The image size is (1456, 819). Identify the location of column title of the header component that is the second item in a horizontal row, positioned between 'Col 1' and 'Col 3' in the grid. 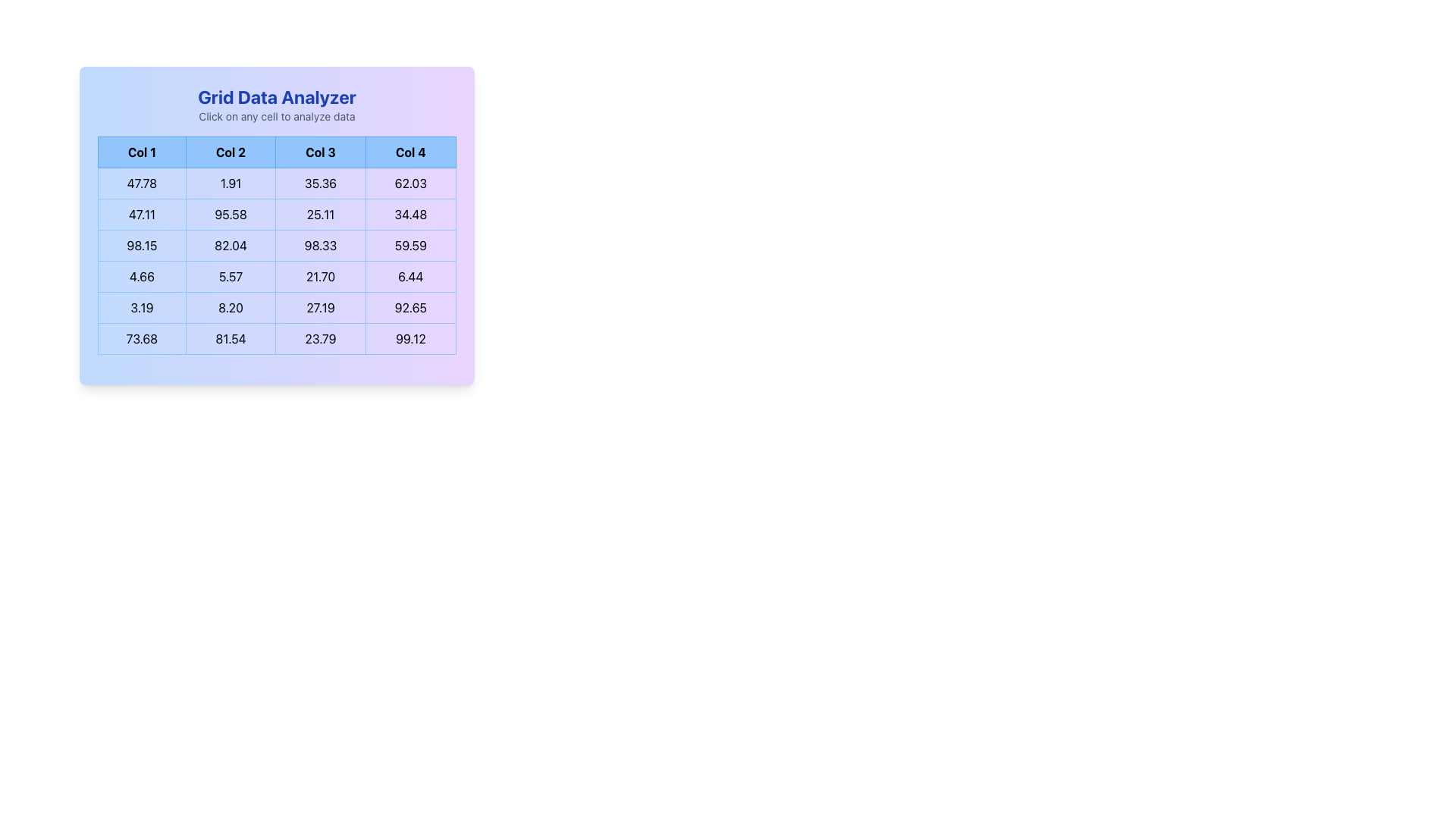
(230, 152).